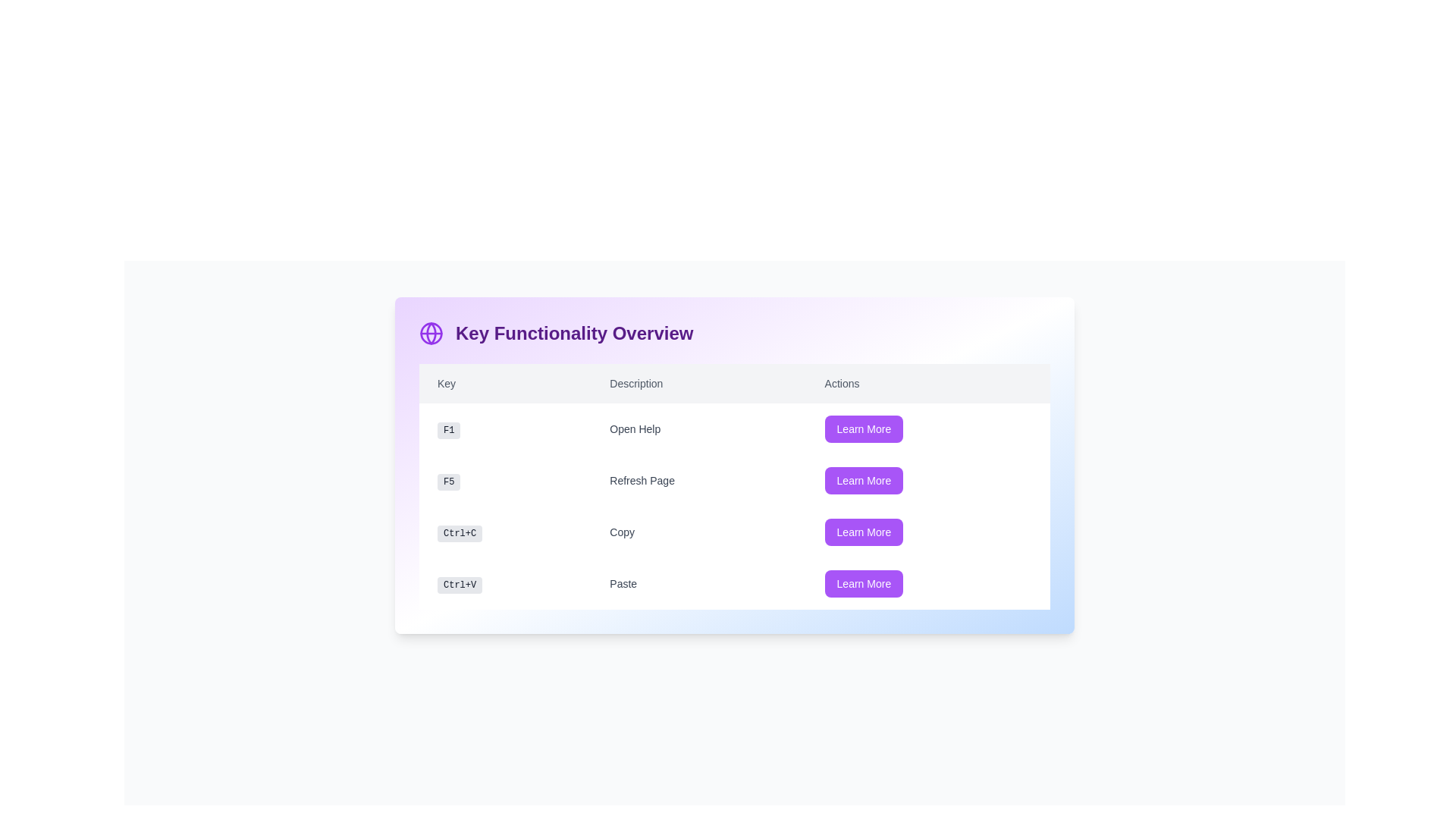  I want to click on the text label styled as a button that represents the 'Ctrl+C' keyboard shortcut, located in the 'Key' column of the table, as the third item under 'F1' and 'F5', indicating a 'Copy' action, so click(505, 532).